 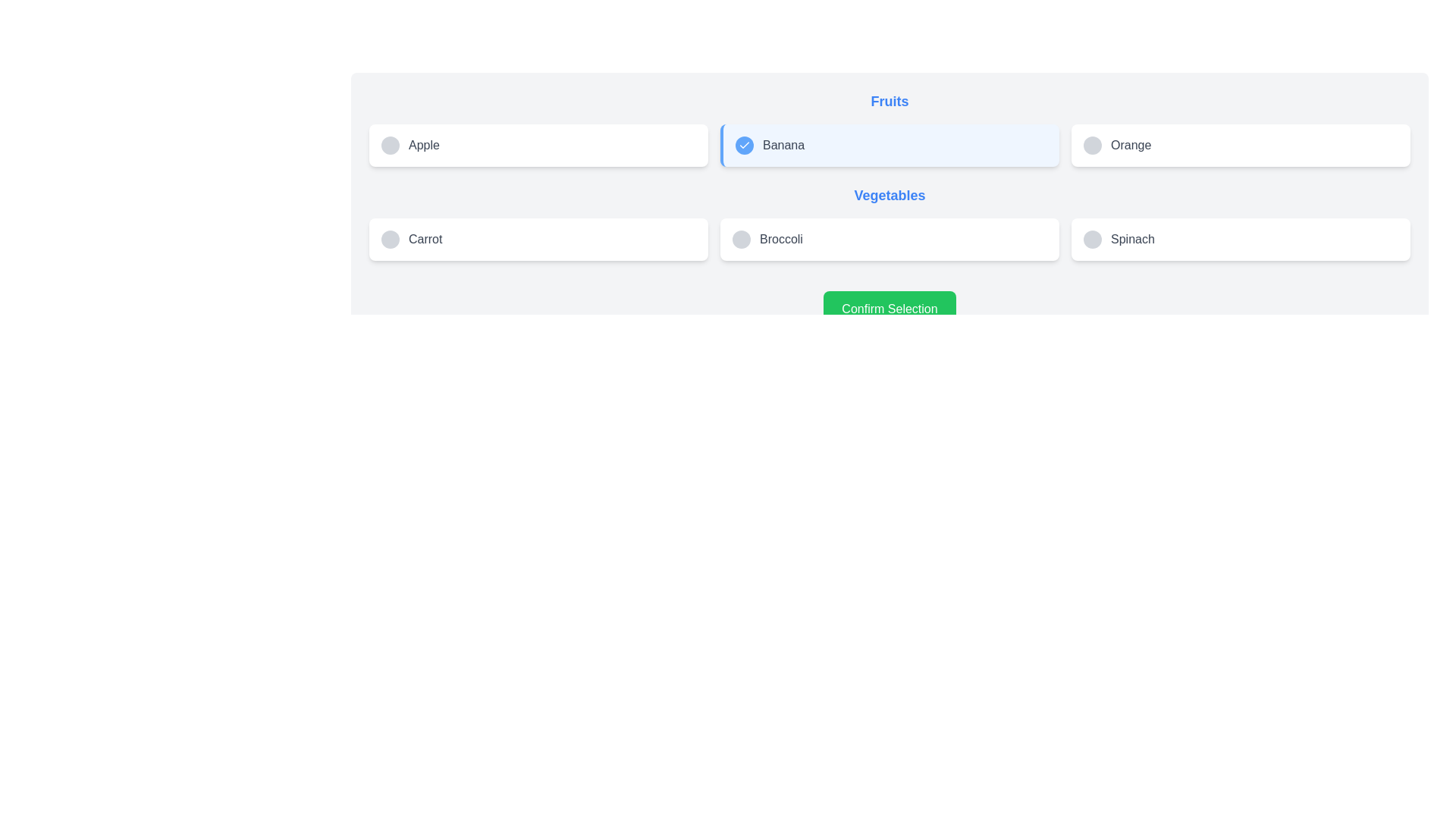 What do you see at coordinates (390, 239) in the screenshot?
I see `the small circular icon with a gray background and white content located within the card labeled 'Carrot'` at bounding box center [390, 239].